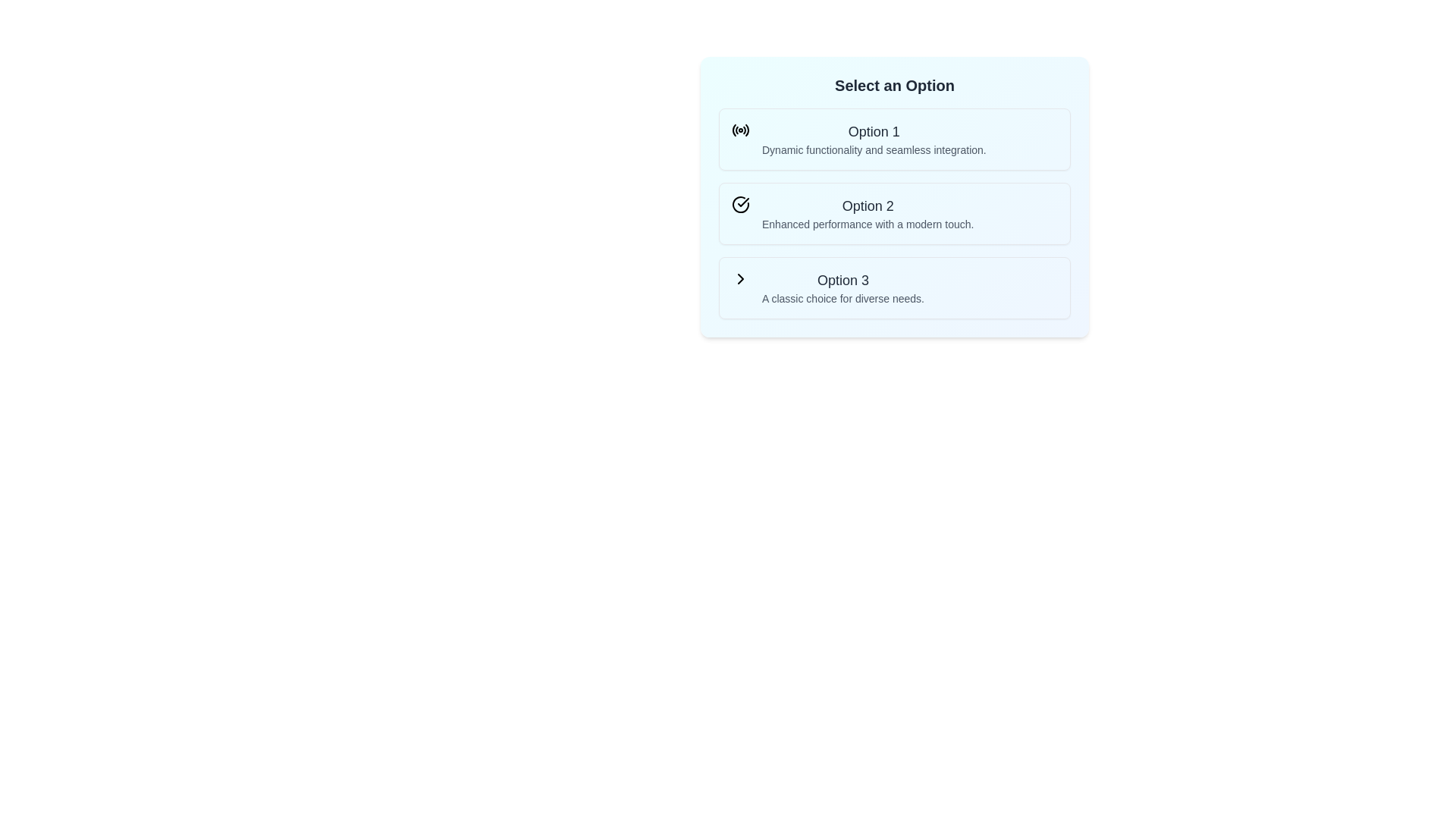 The height and width of the screenshot is (819, 1456). Describe the element at coordinates (895, 288) in the screenshot. I see `the third selectable list item in the vertically stacked list` at that location.